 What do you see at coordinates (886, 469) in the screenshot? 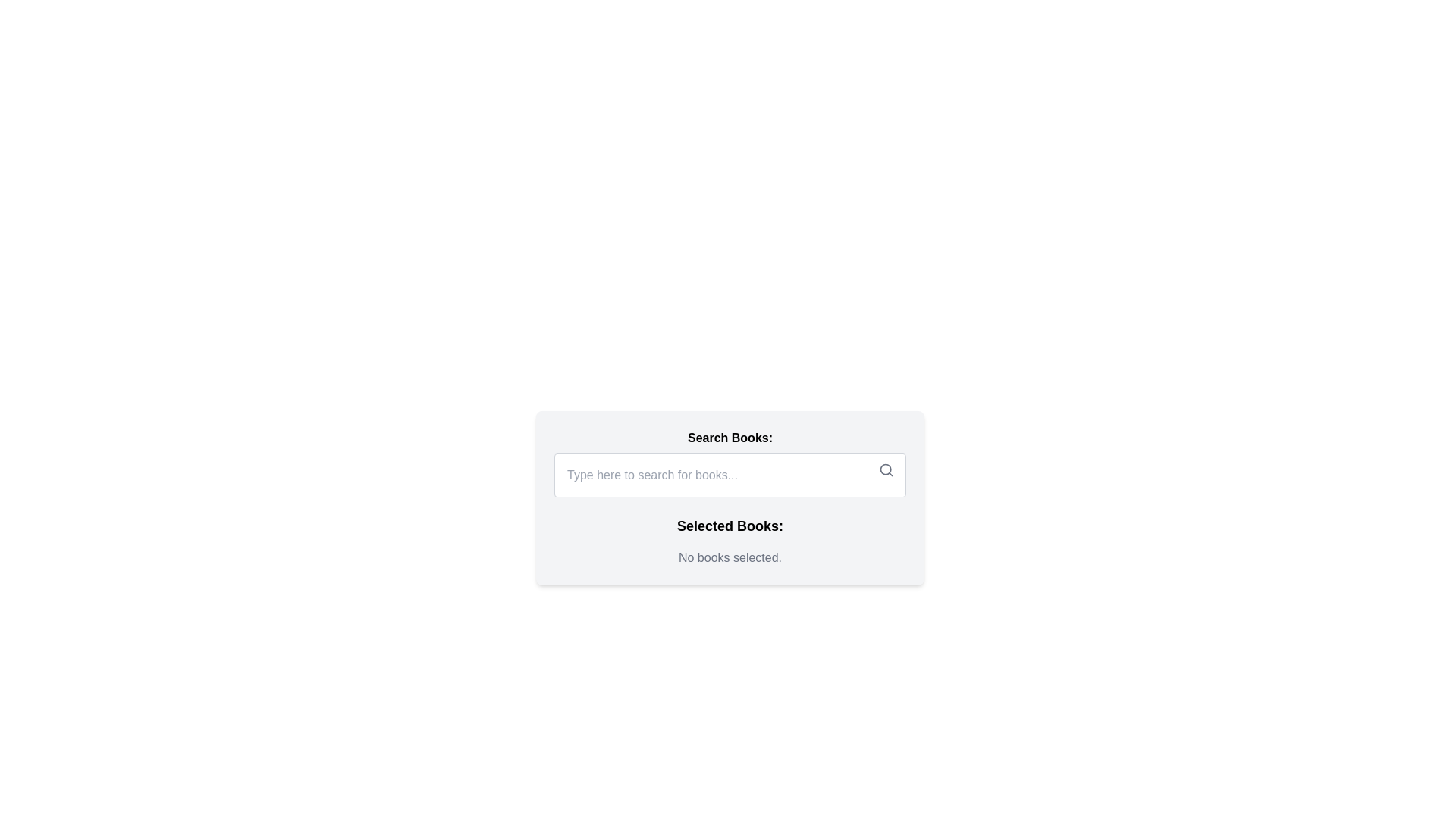
I see `the magnifying glass icon located in the top-right corner of the search bar` at bounding box center [886, 469].